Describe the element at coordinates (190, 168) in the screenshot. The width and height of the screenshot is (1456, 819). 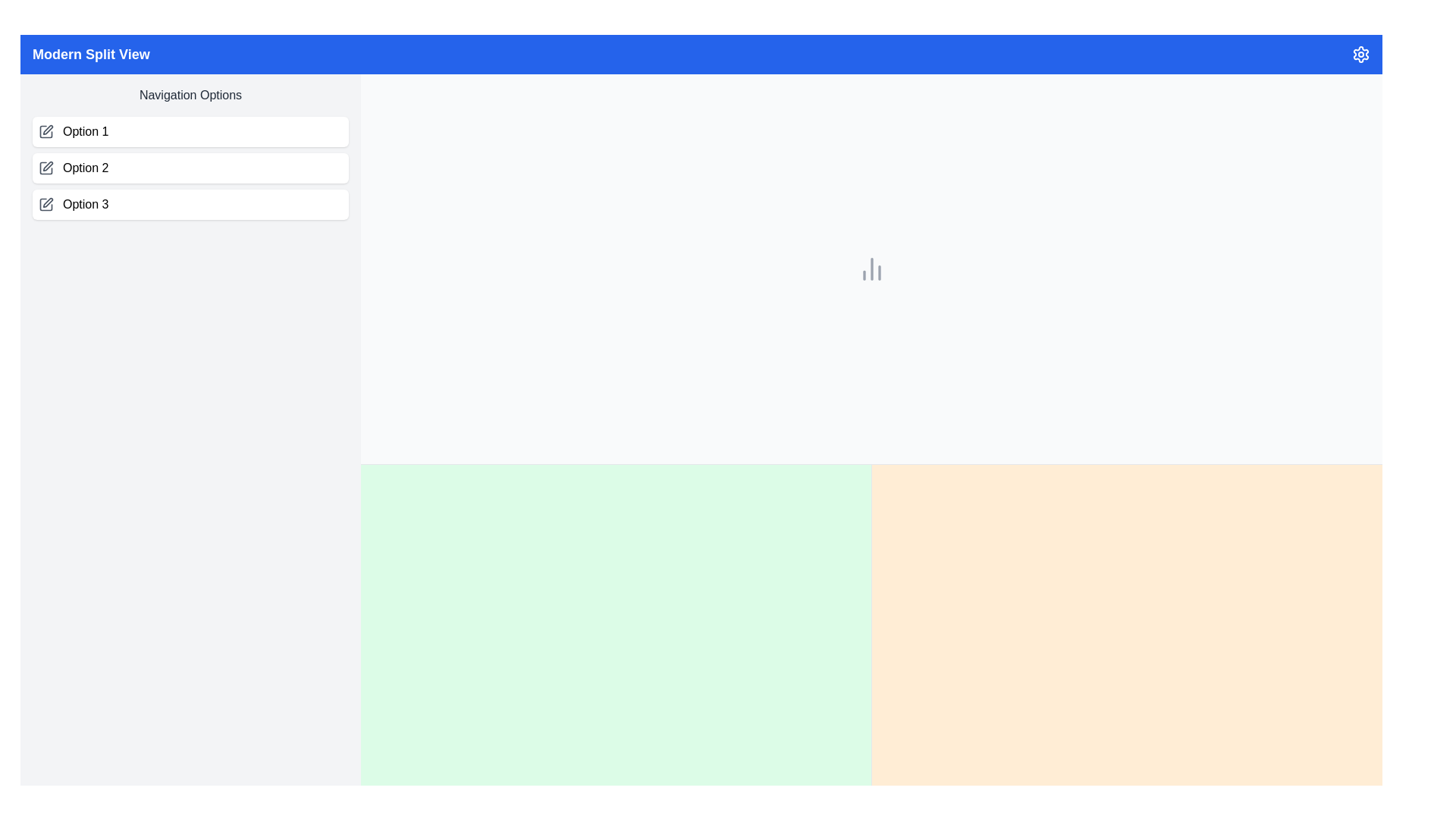
I see `the second button labeled 'Option 2' in the vertical button group located in the left sidebar below 'Navigation Options'` at that location.